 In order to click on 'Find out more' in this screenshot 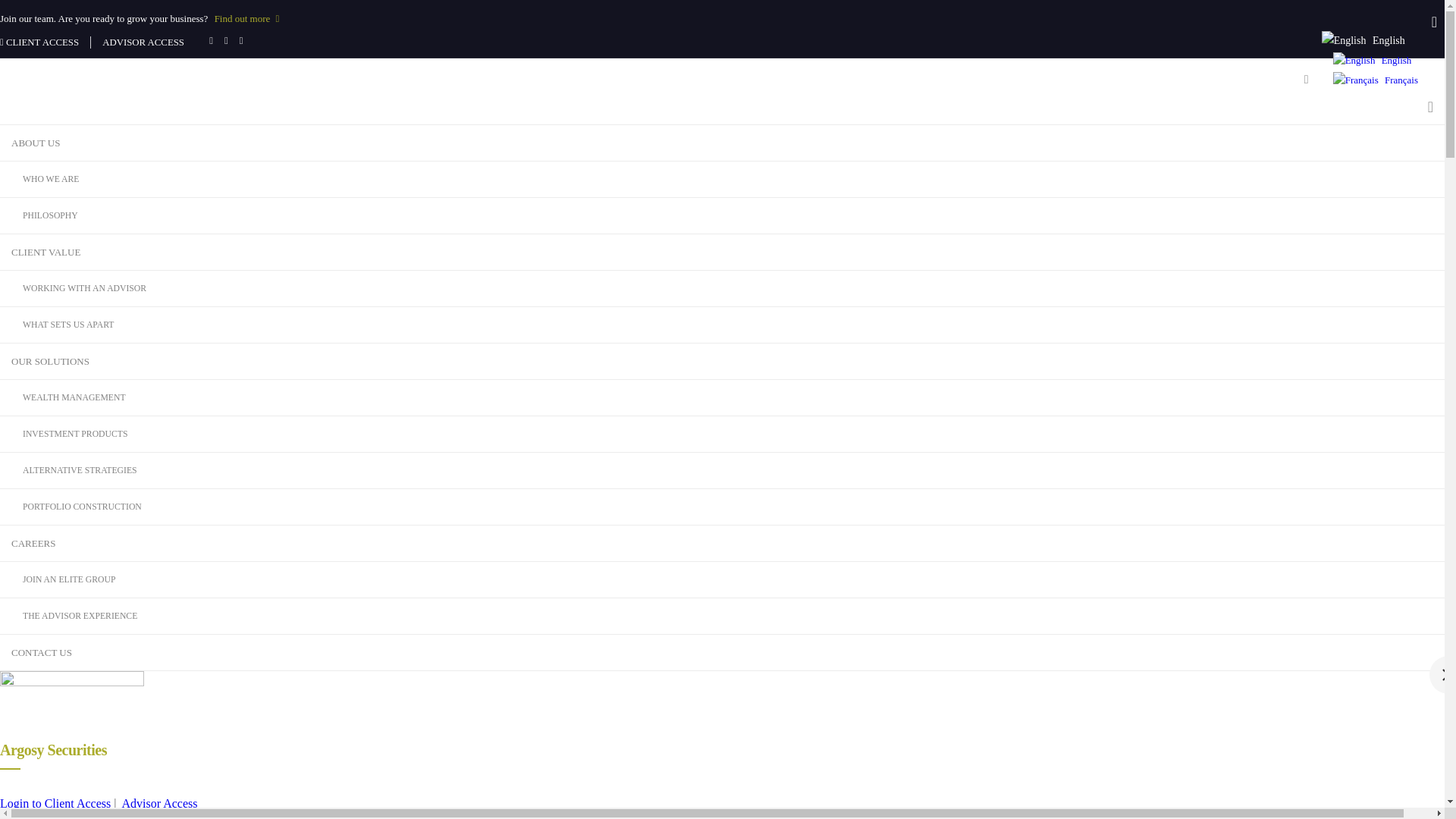, I will do `click(214, 18)`.